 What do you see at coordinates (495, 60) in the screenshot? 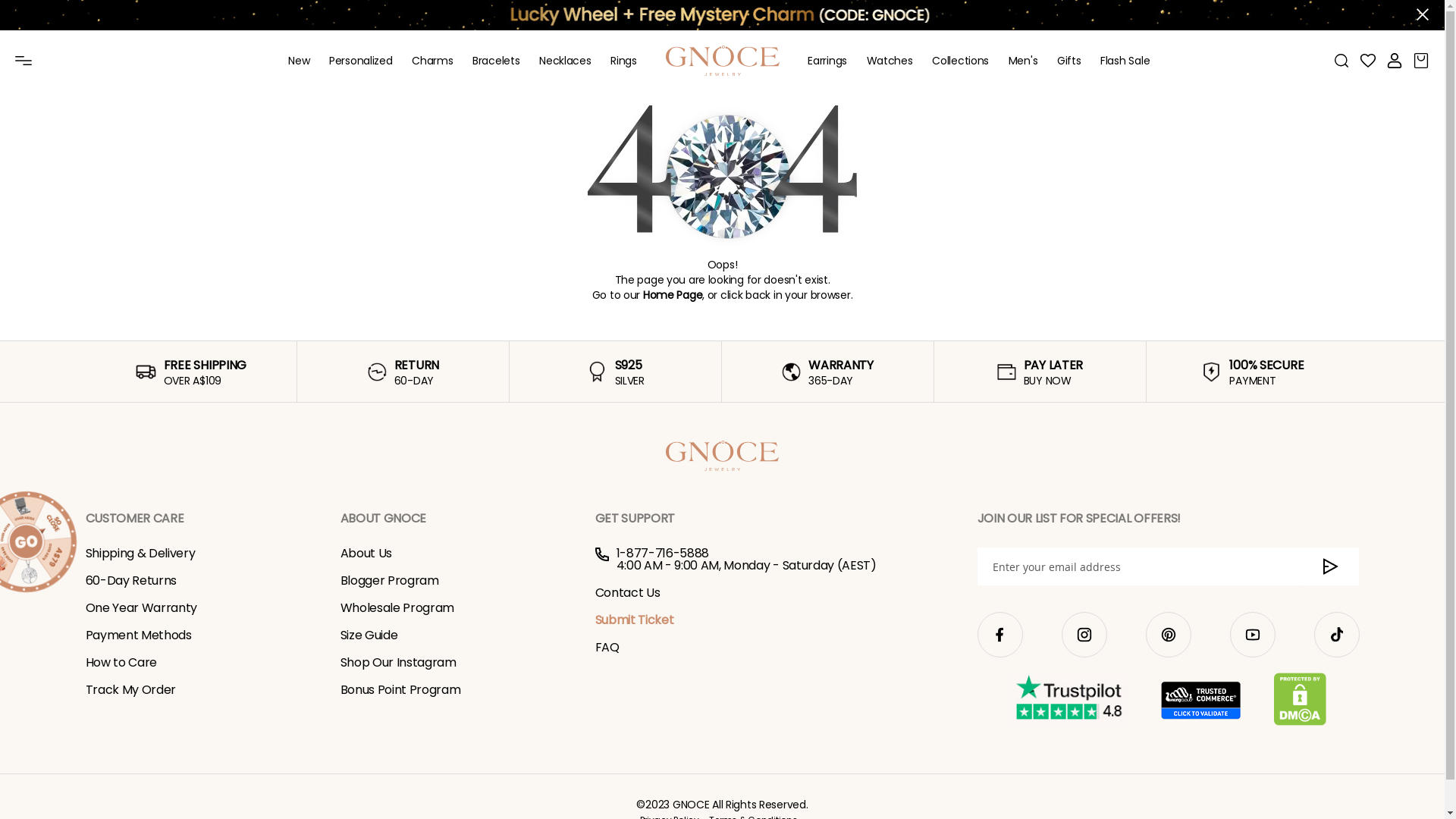
I see `'Bracelets'` at bounding box center [495, 60].